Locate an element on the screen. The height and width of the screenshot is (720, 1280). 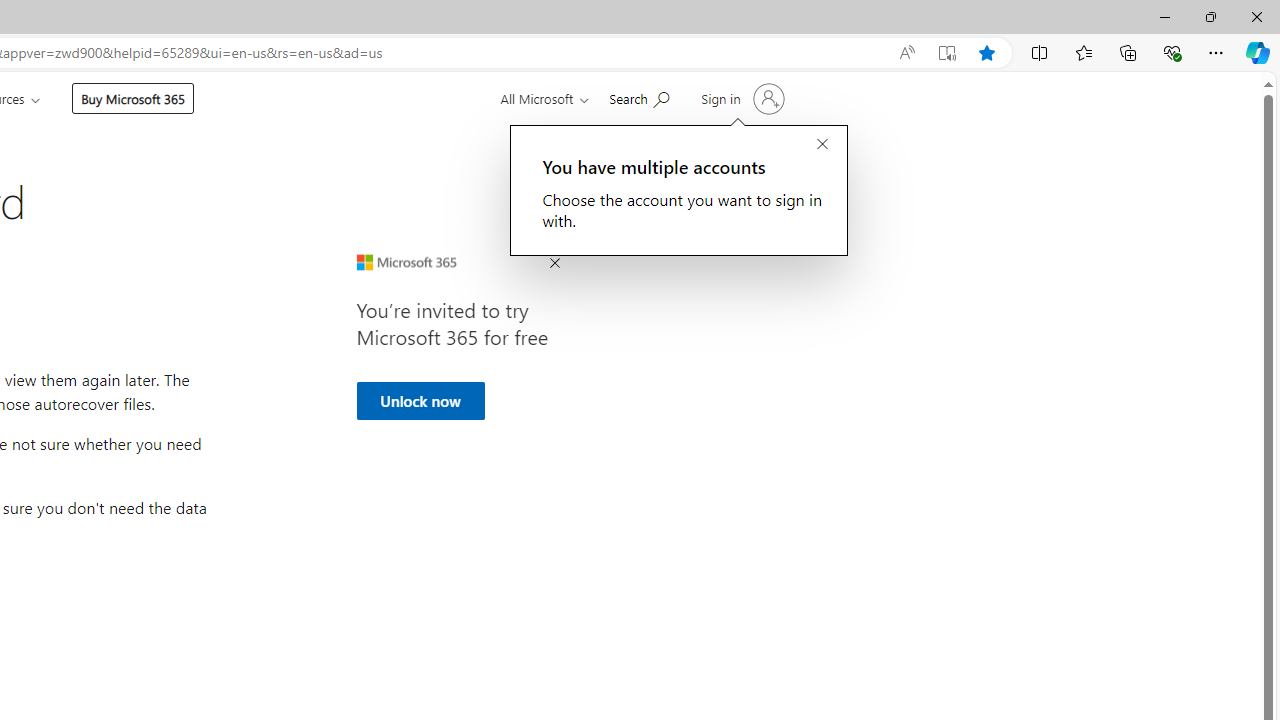
'Restore' is located at coordinates (1209, 16).